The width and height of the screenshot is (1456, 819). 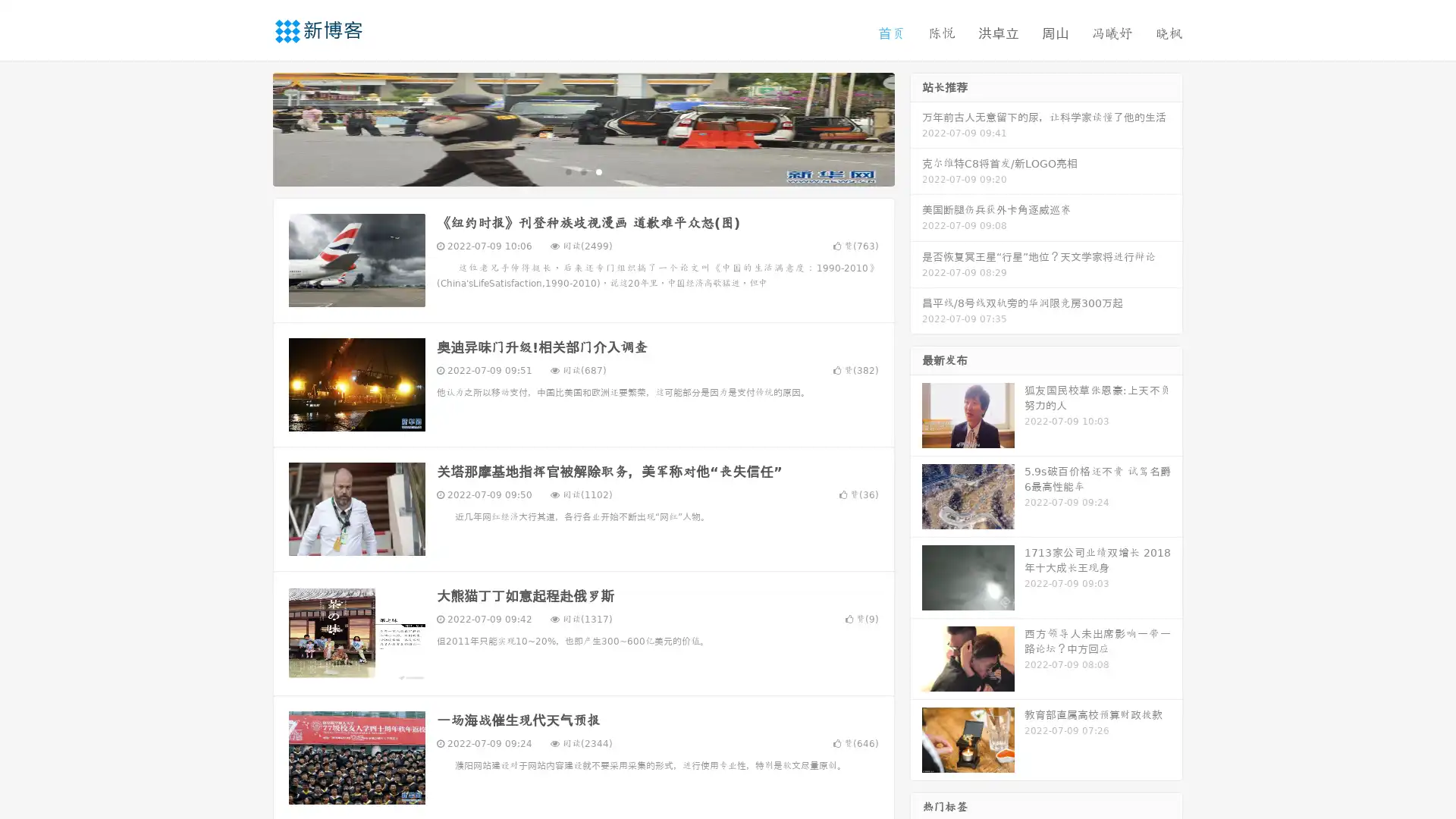 What do you see at coordinates (250, 127) in the screenshot?
I see `Previous slide` at bounding box center [250, 127].